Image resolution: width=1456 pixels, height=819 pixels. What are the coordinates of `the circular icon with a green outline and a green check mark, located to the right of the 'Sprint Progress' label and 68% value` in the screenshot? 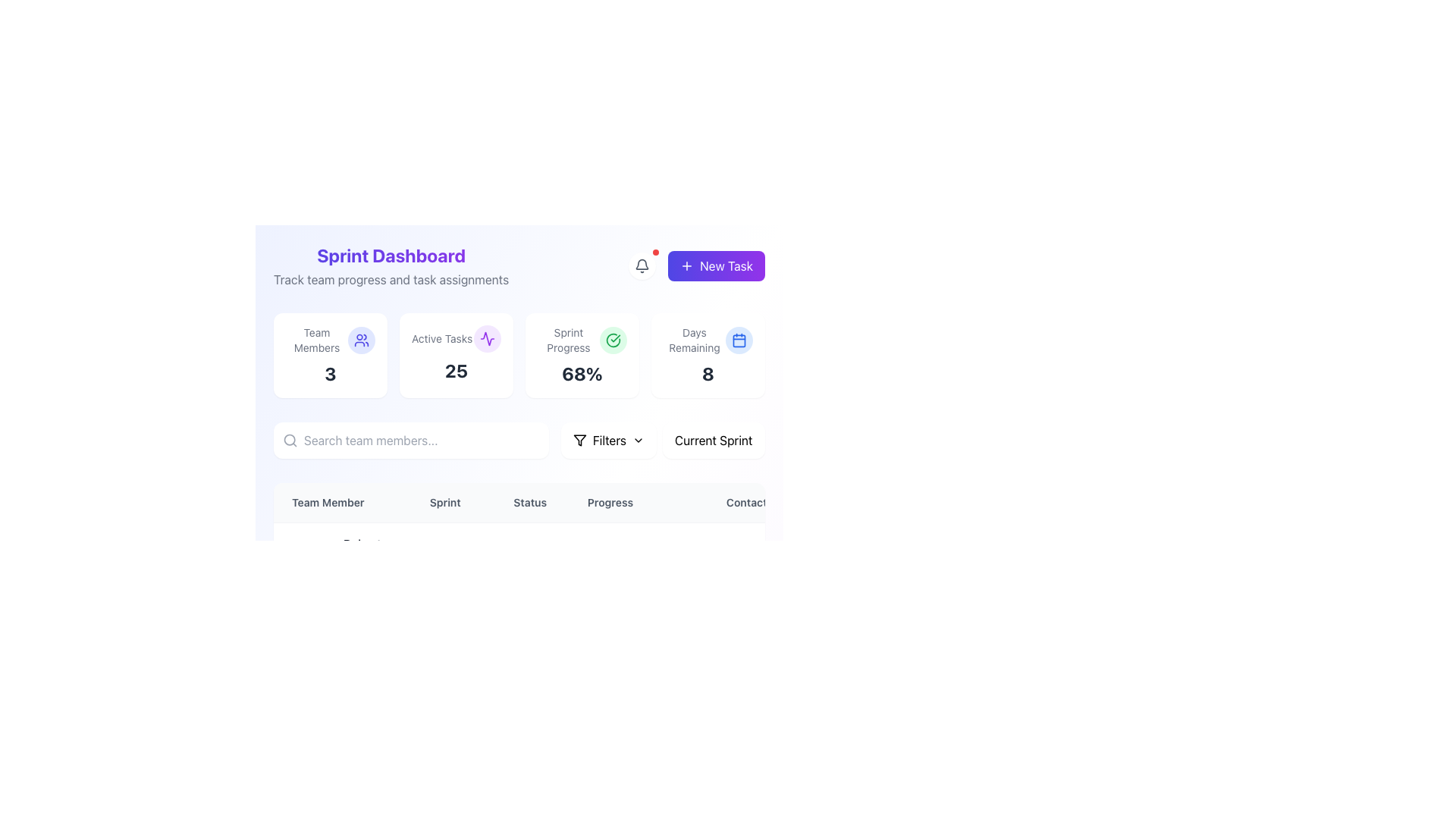 It's located at (613, 339).